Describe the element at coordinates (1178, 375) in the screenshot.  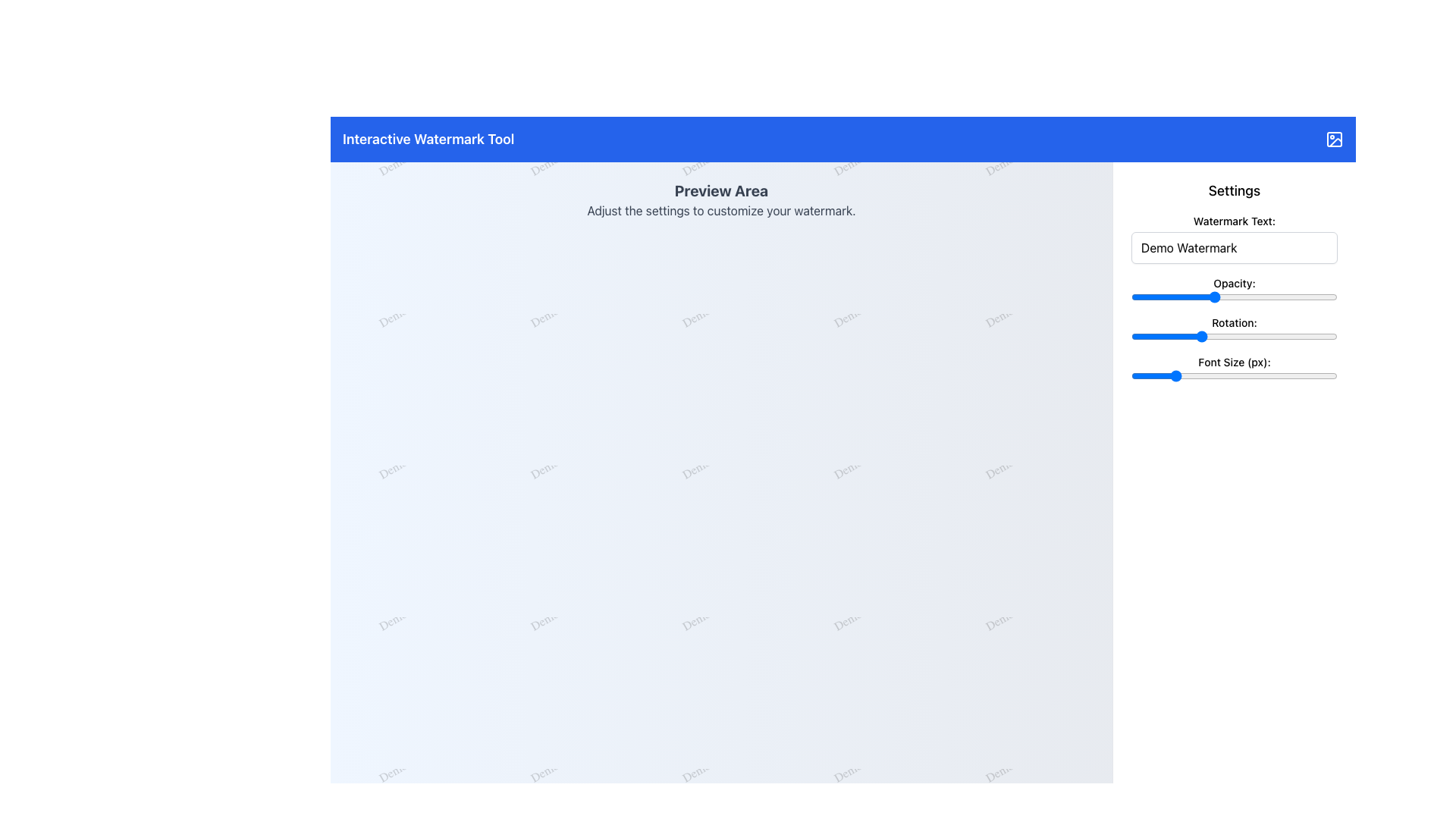
I see `font size` at that location.